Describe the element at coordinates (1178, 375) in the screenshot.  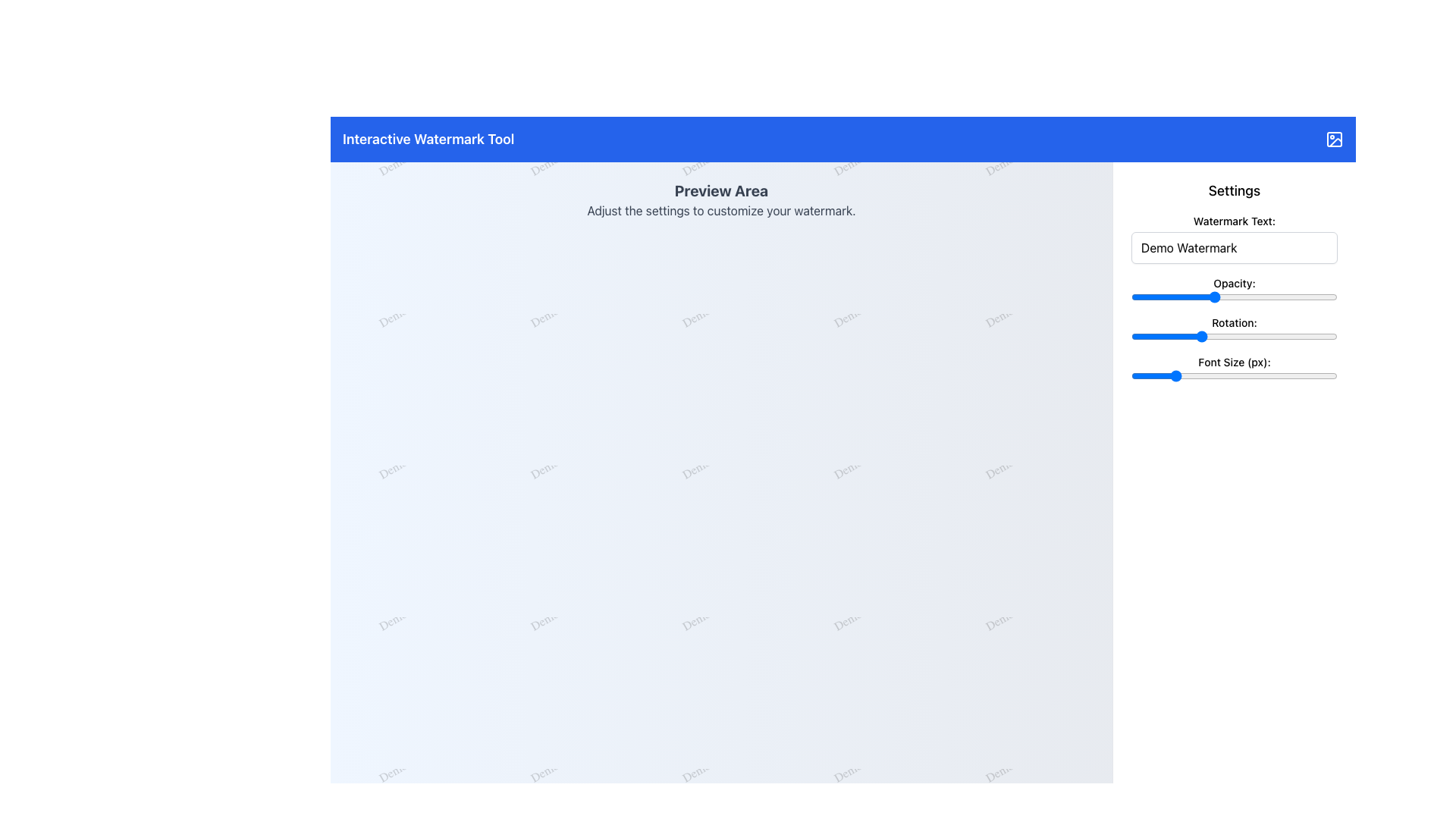
I see `font size` at that location.